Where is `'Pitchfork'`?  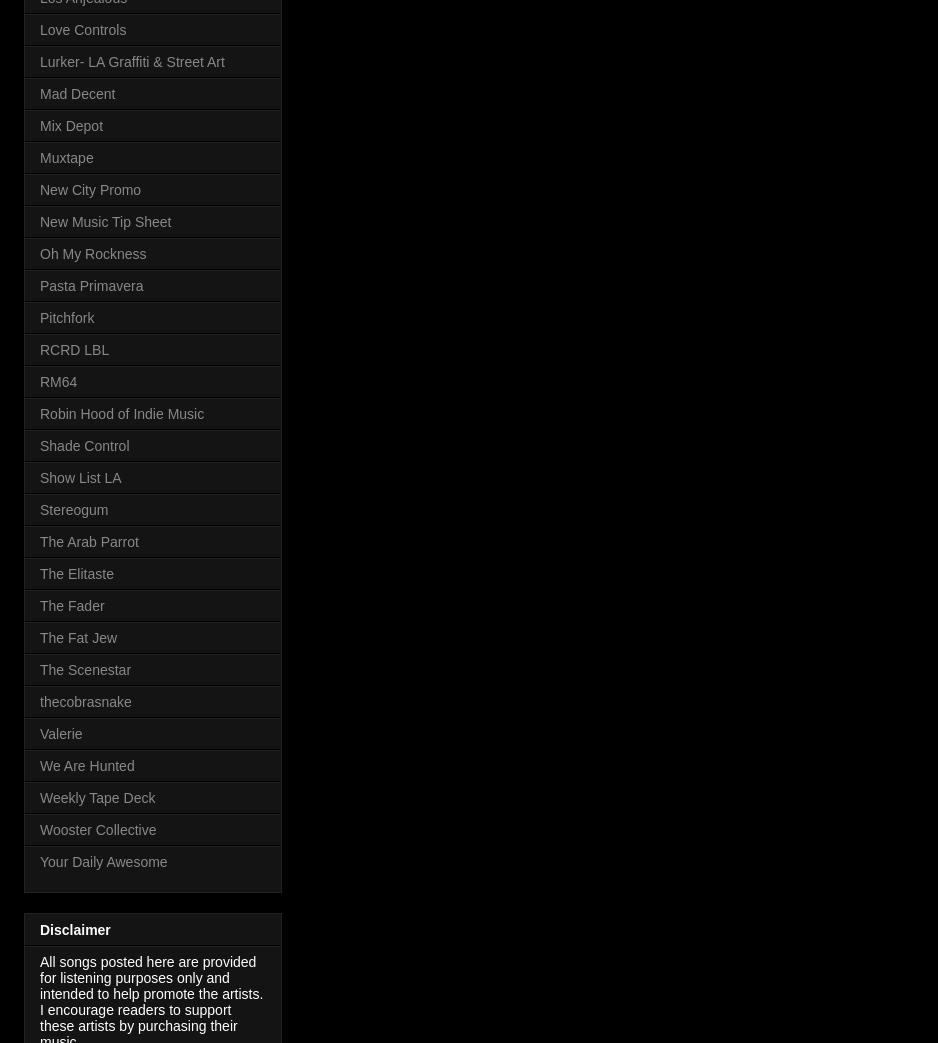
'Pitchfork' is located at coordinates (65, 317).